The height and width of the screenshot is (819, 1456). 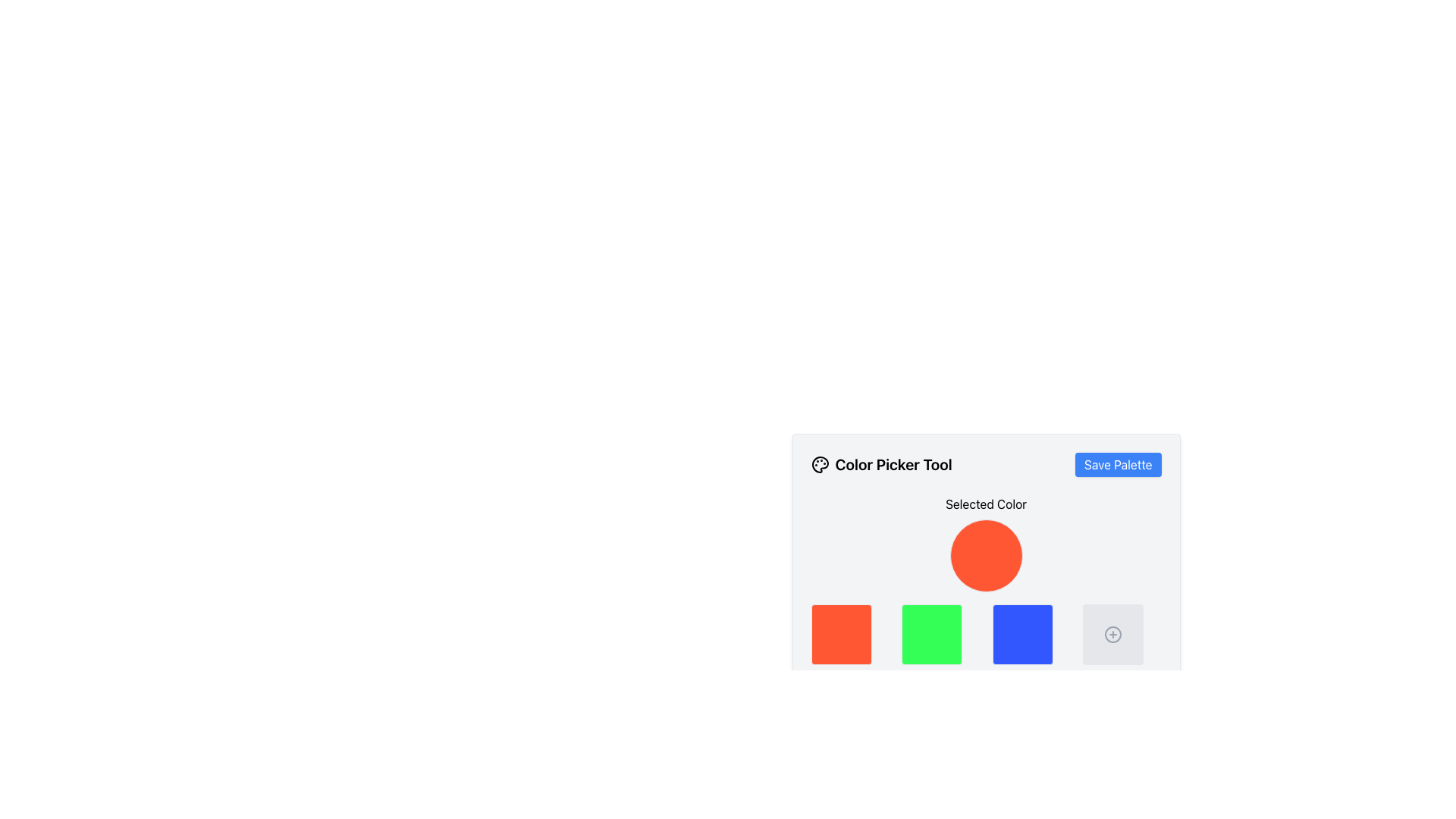 I want to click on the painter's palette icon located near the top-left section of the application interface, adjacent to the title 'Color Picker Tool', so click(x=819, y=464).